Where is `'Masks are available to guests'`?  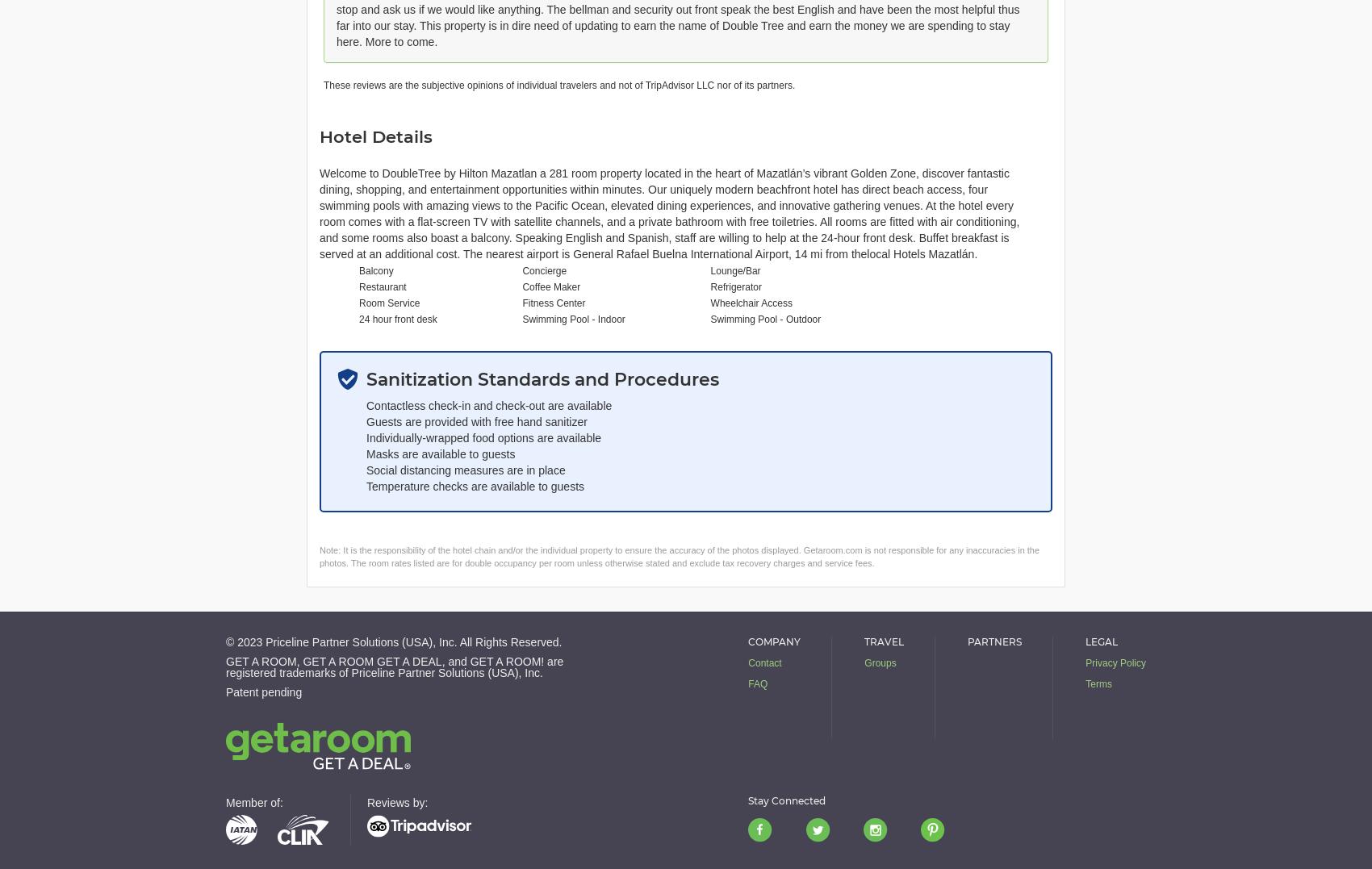 'Masks are available to guests' is located at coordinates (440, 453).